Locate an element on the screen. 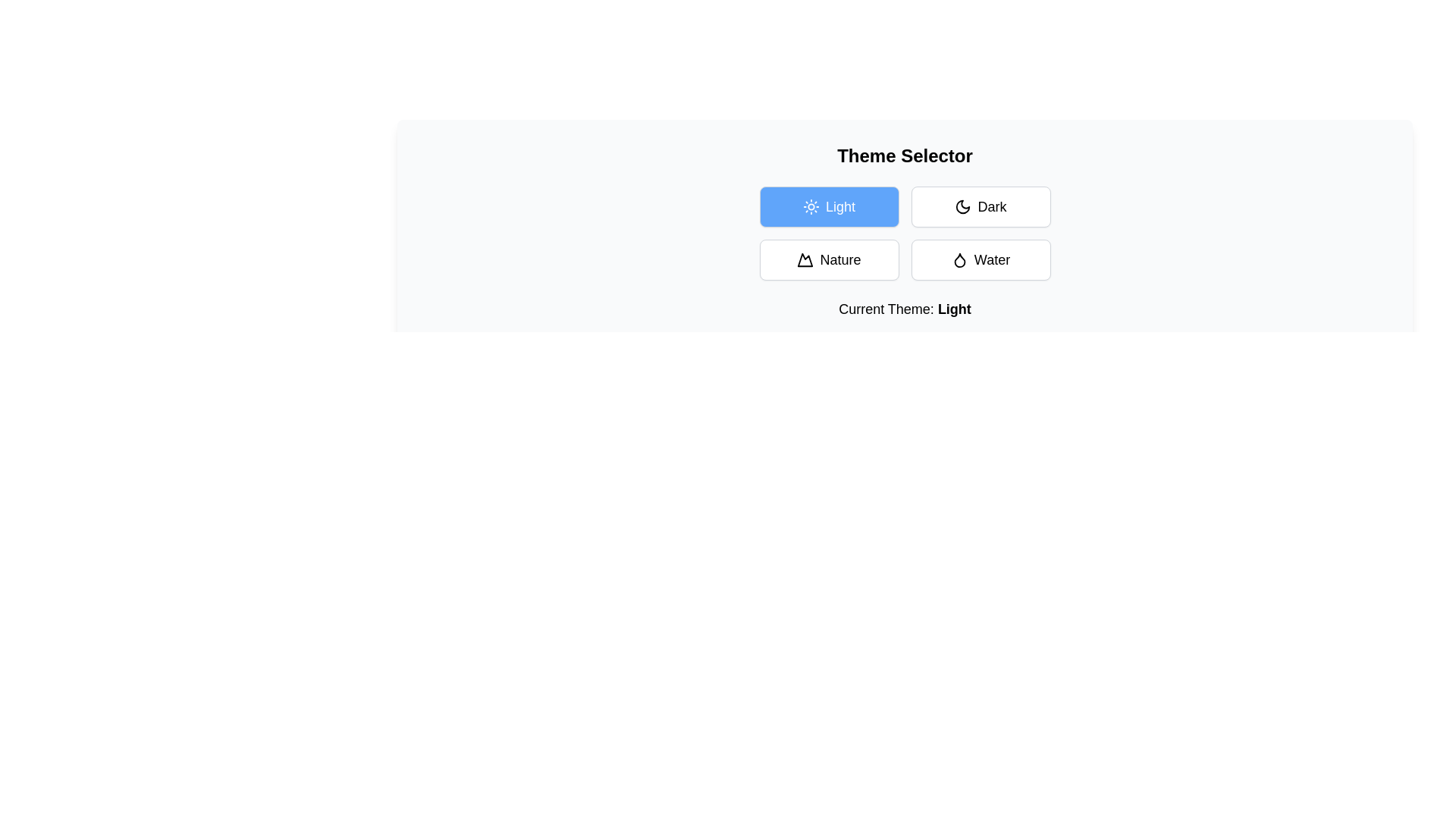 The width and height of the screenshot is (1456, 819). text label indicating the 'Light' theme option, which is part of a button with a blue background and white text, located below the 'Theme Selector' title is located at coordinates (839, 207).